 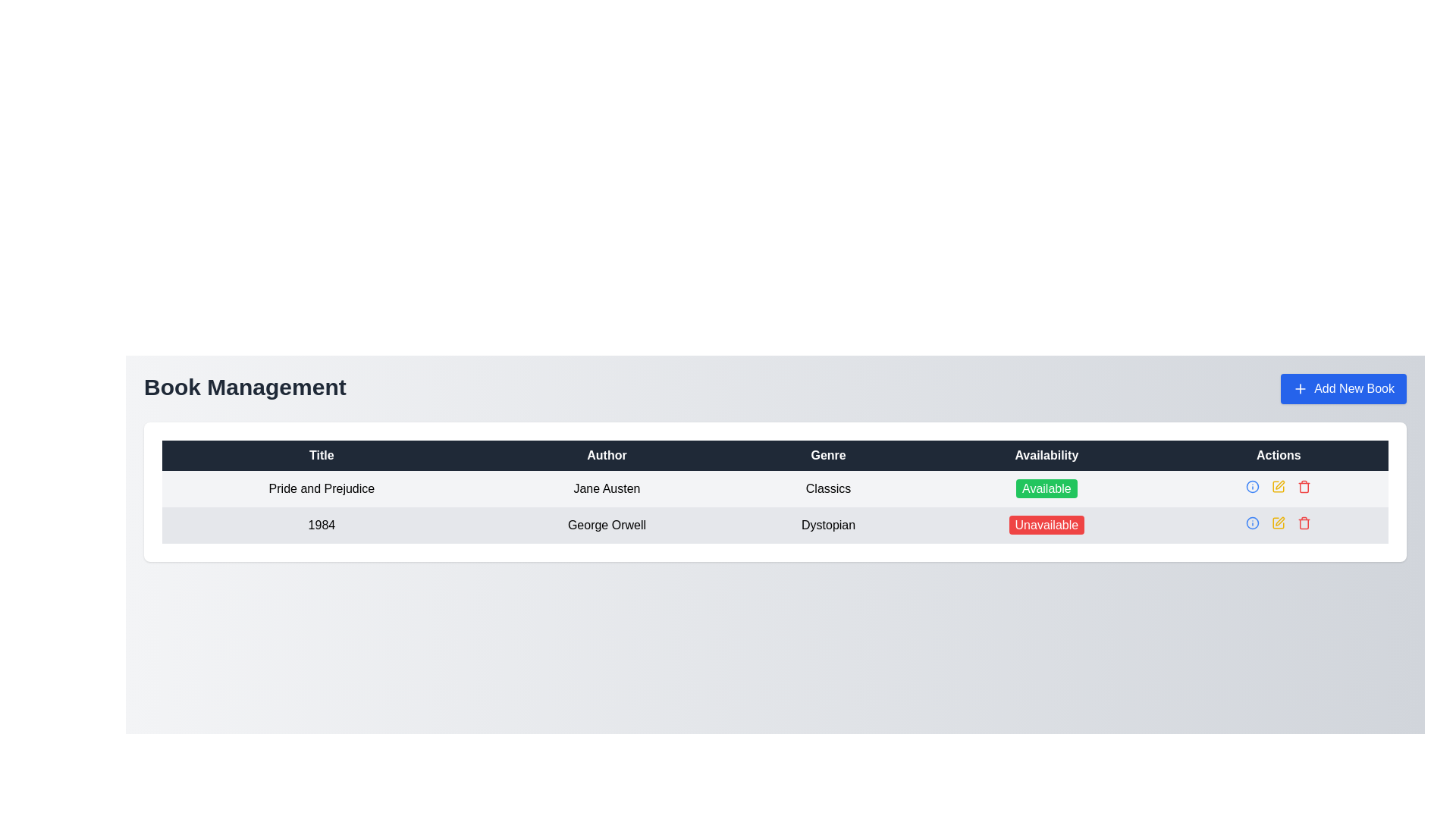 I want to click on the red trash can icon button located at the far right of the action column in the first row of the table, so click(x=1304, y=522).